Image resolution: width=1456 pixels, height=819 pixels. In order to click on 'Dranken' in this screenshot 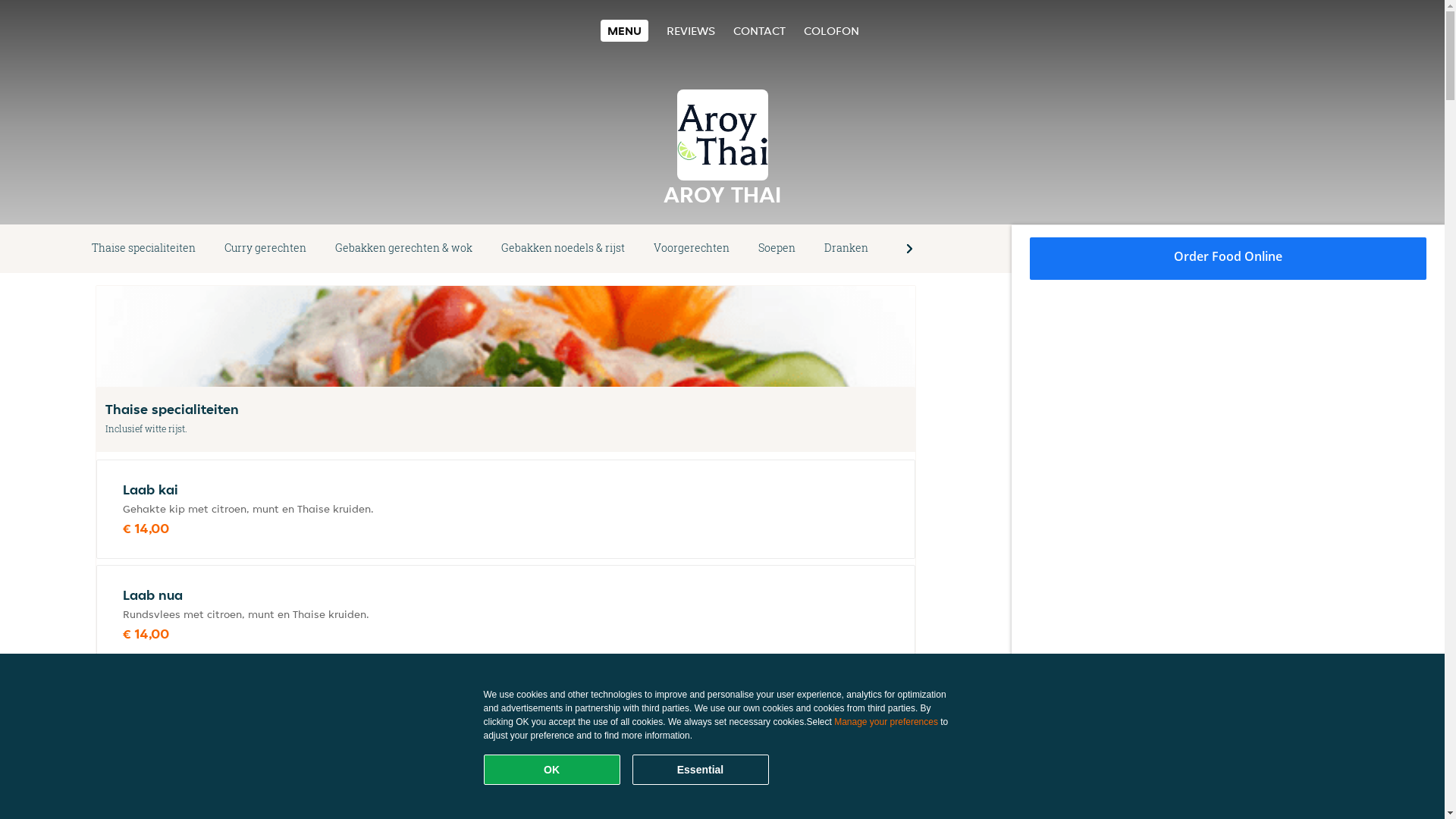, I will do `click(809, 247)`.